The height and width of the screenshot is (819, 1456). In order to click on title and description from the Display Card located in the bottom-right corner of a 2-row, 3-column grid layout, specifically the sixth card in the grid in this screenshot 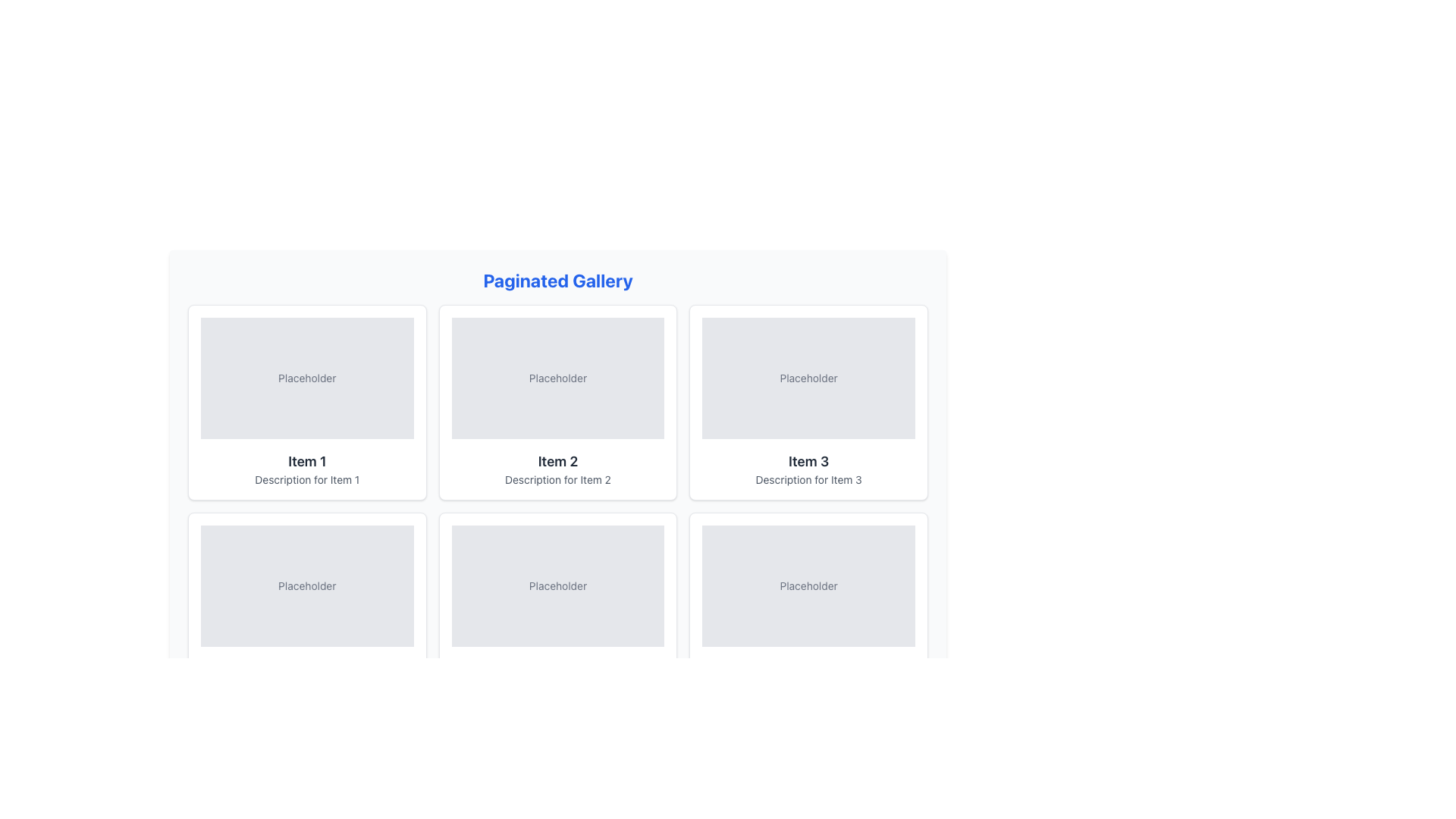, I will do `click(808, 610)`.